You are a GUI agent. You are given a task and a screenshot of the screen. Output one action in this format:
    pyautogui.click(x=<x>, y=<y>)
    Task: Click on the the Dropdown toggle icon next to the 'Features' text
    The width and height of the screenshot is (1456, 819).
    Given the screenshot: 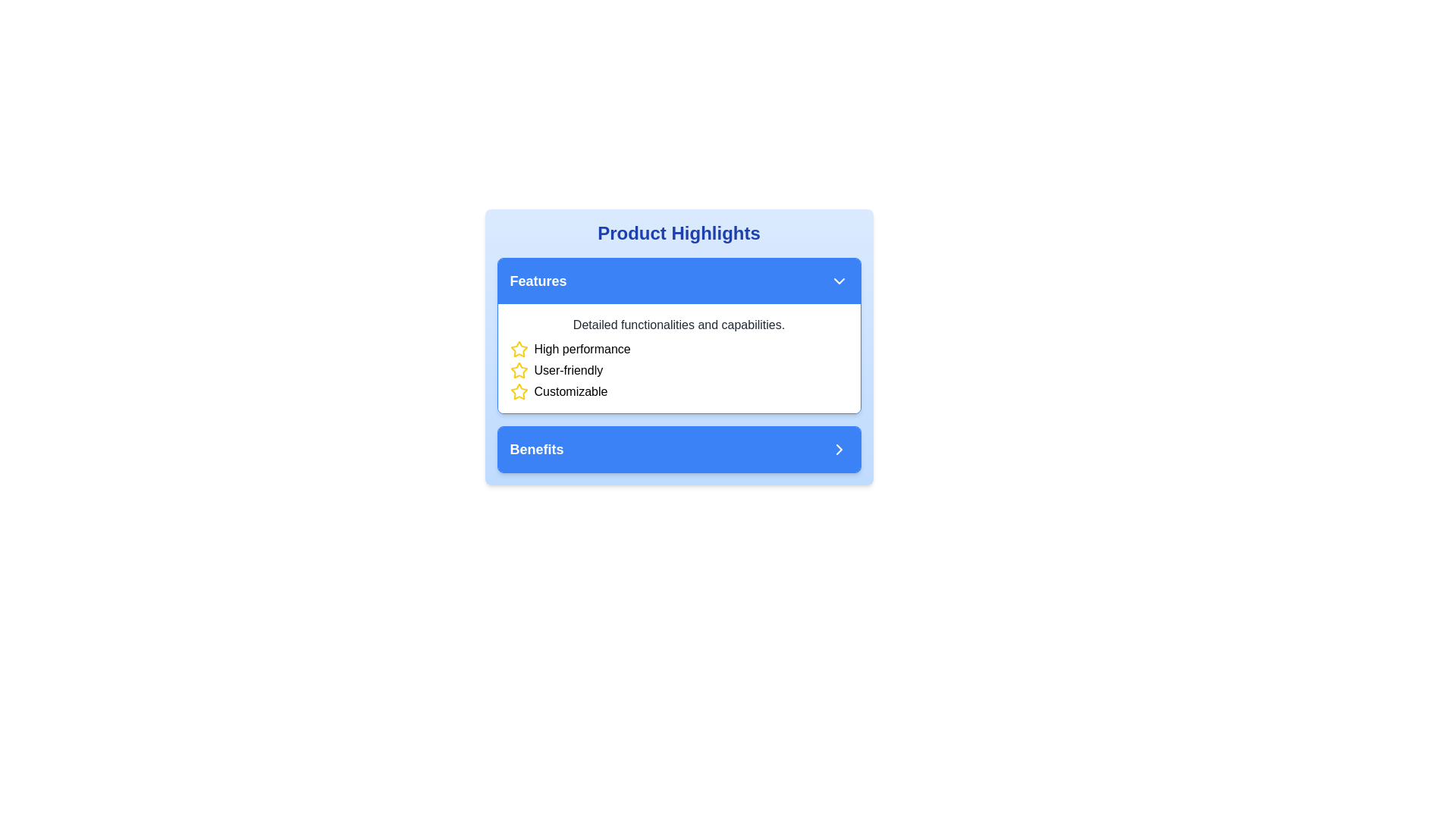 What is the action you would take?
    pyautogui.click(x=838, y=281)
    